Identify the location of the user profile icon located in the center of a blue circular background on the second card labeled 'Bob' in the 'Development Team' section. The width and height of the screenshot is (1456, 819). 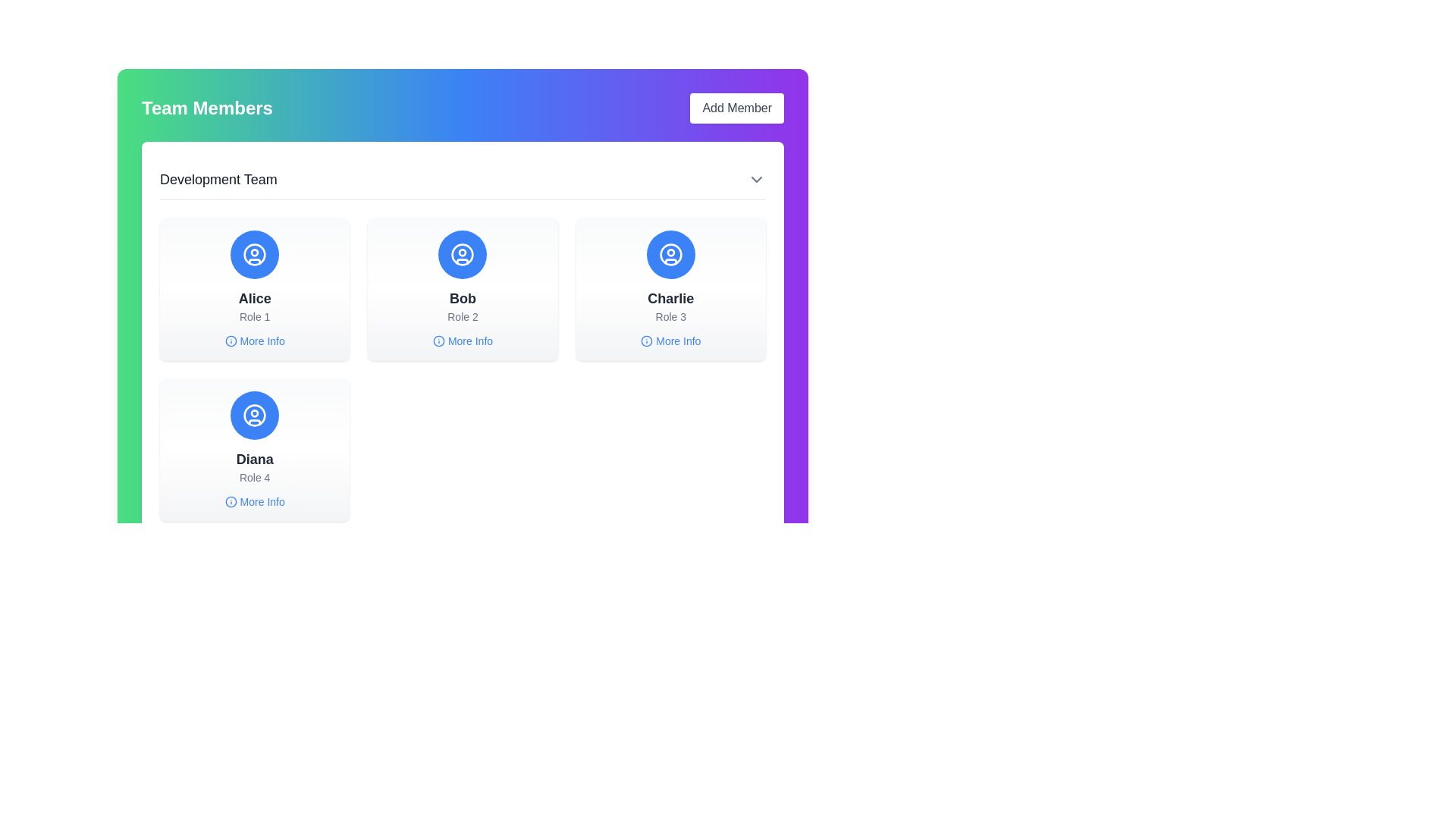
(462, 253).